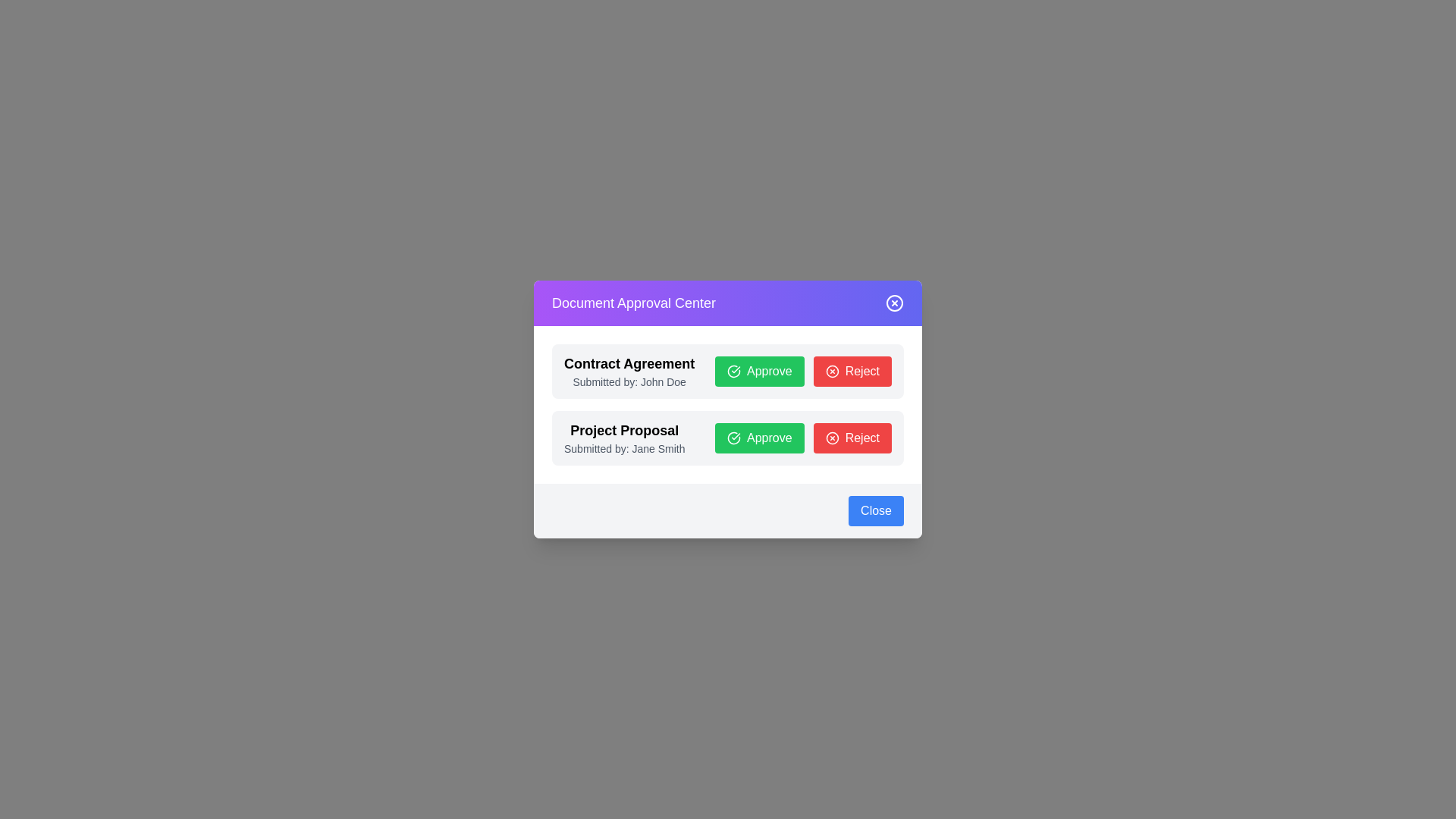 This screenshot has height=819, width=1456. Describe the element at coordinates (734, 371) in the screenshot. I see `the approval icon located inside the 'Approve' button, which is positioned to the right of the 'Contract Agreement' text and above the 'Reject' button` at that location.